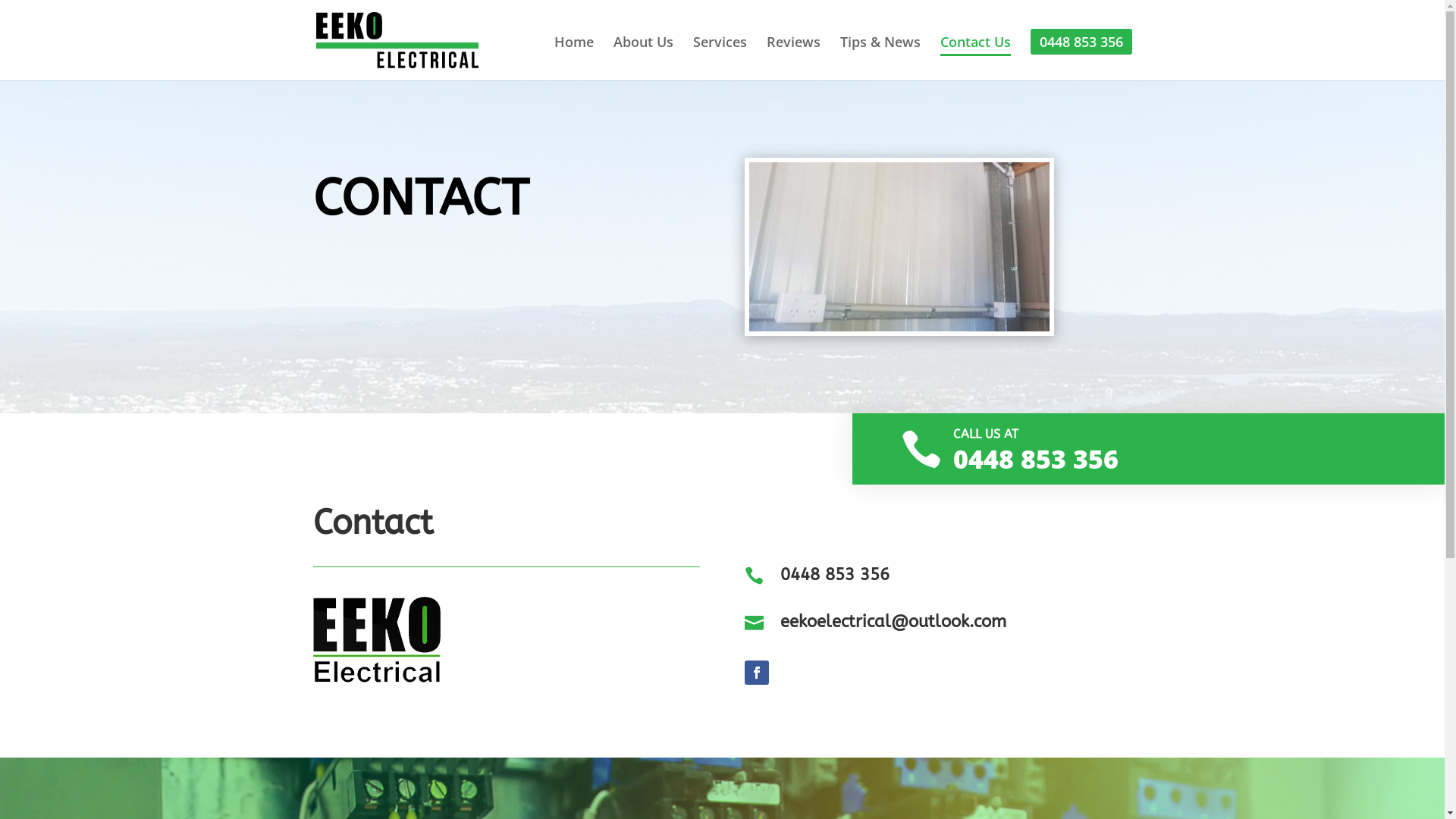  Describe the element at coordinates (642, 55) in the screenshot. I see `'About Us'` at that location.